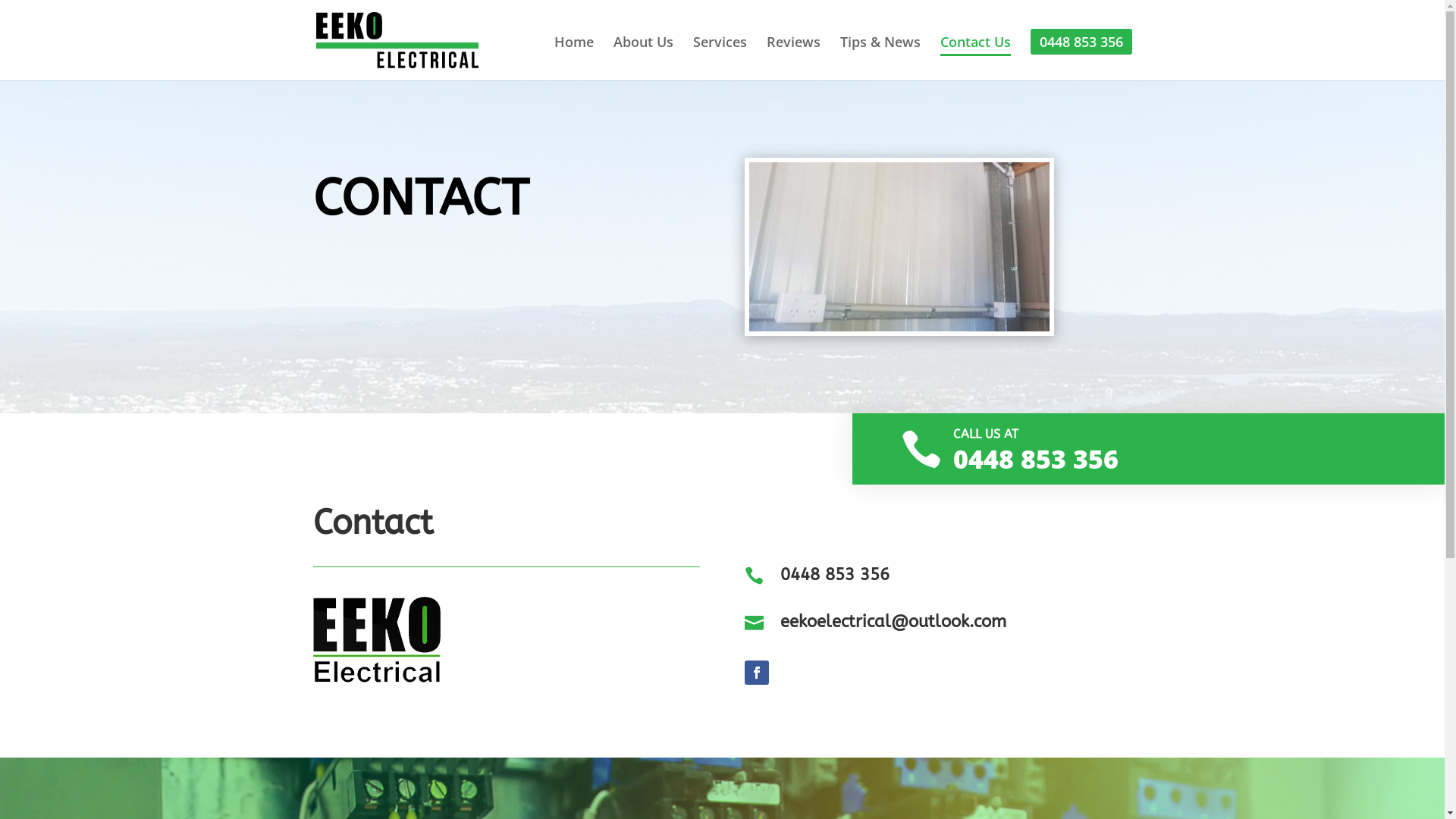  Describe the element at coordinates (642, 55) in the screenshot. I see `'About Us'` at that location.